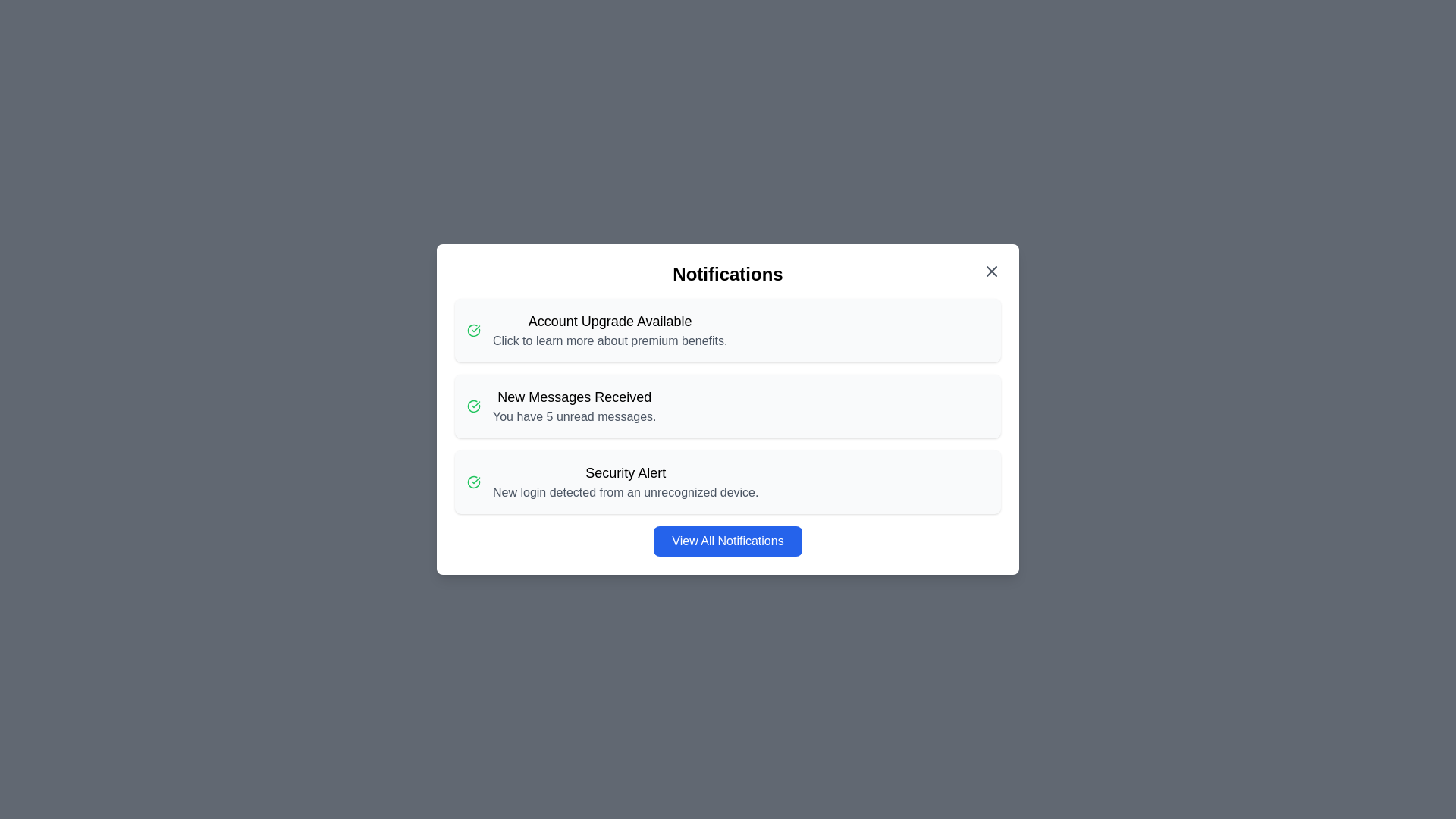 Image resolution: width=1456 pixels, height=819 pixels. I want to click on text that says 'You have 5 unread messages.' which is styled in a smaller, subdued gray font located beneath the larger header 'New Messages Received.', so click(573, 417).